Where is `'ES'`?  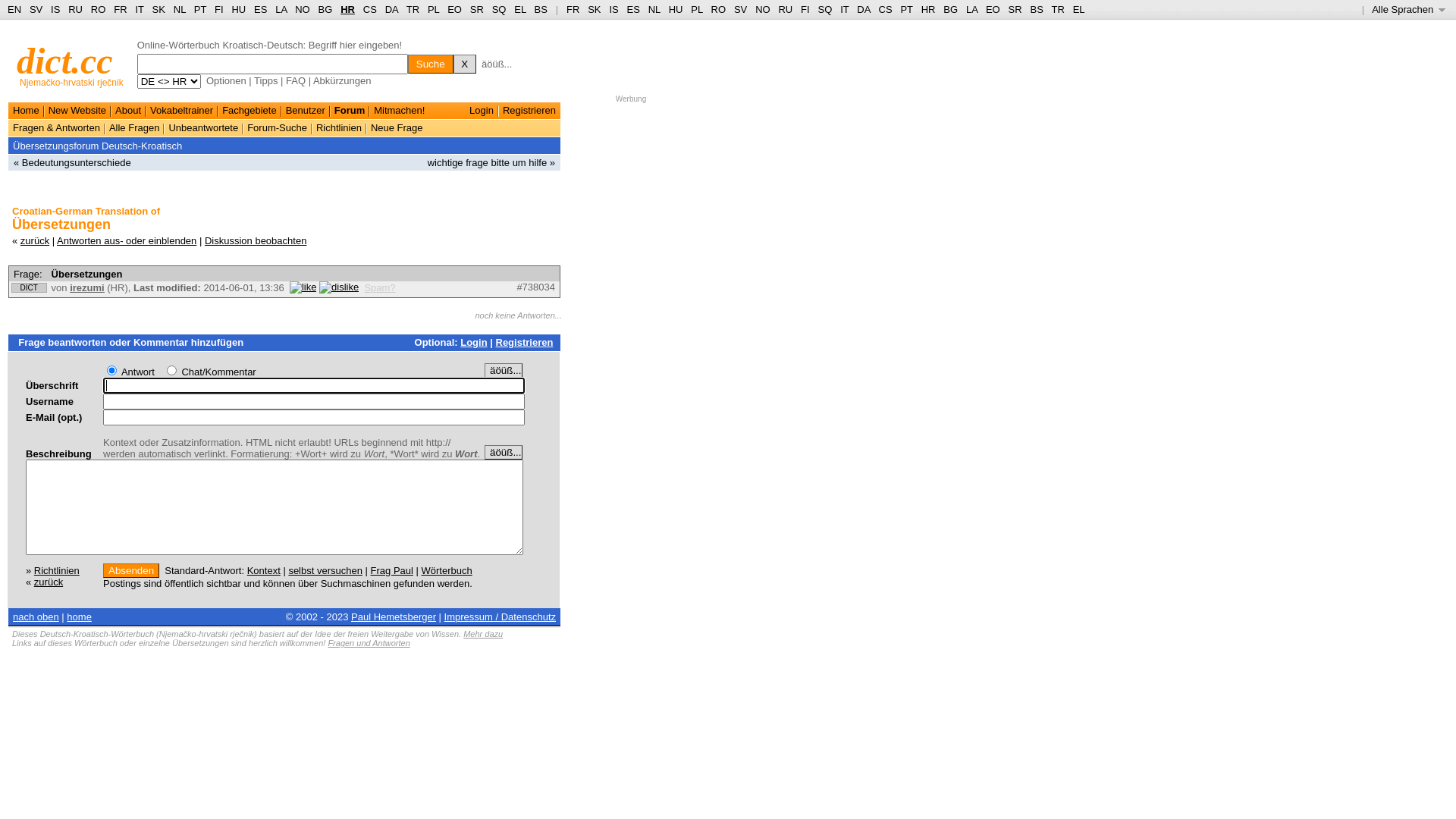 'ES' is located at coordinates (260, 9).